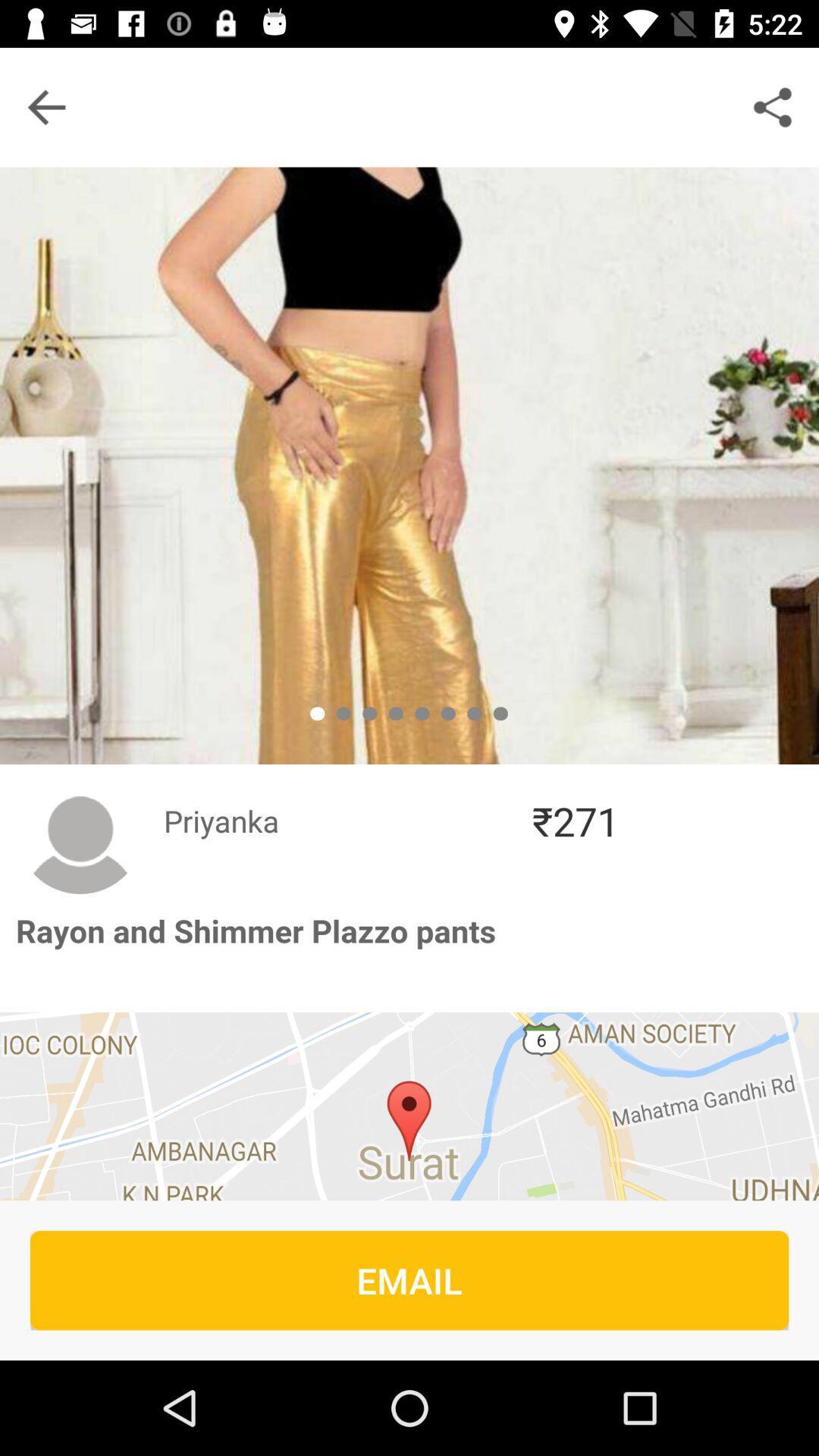  I want to click on the avatar icon, so click(82, 830).